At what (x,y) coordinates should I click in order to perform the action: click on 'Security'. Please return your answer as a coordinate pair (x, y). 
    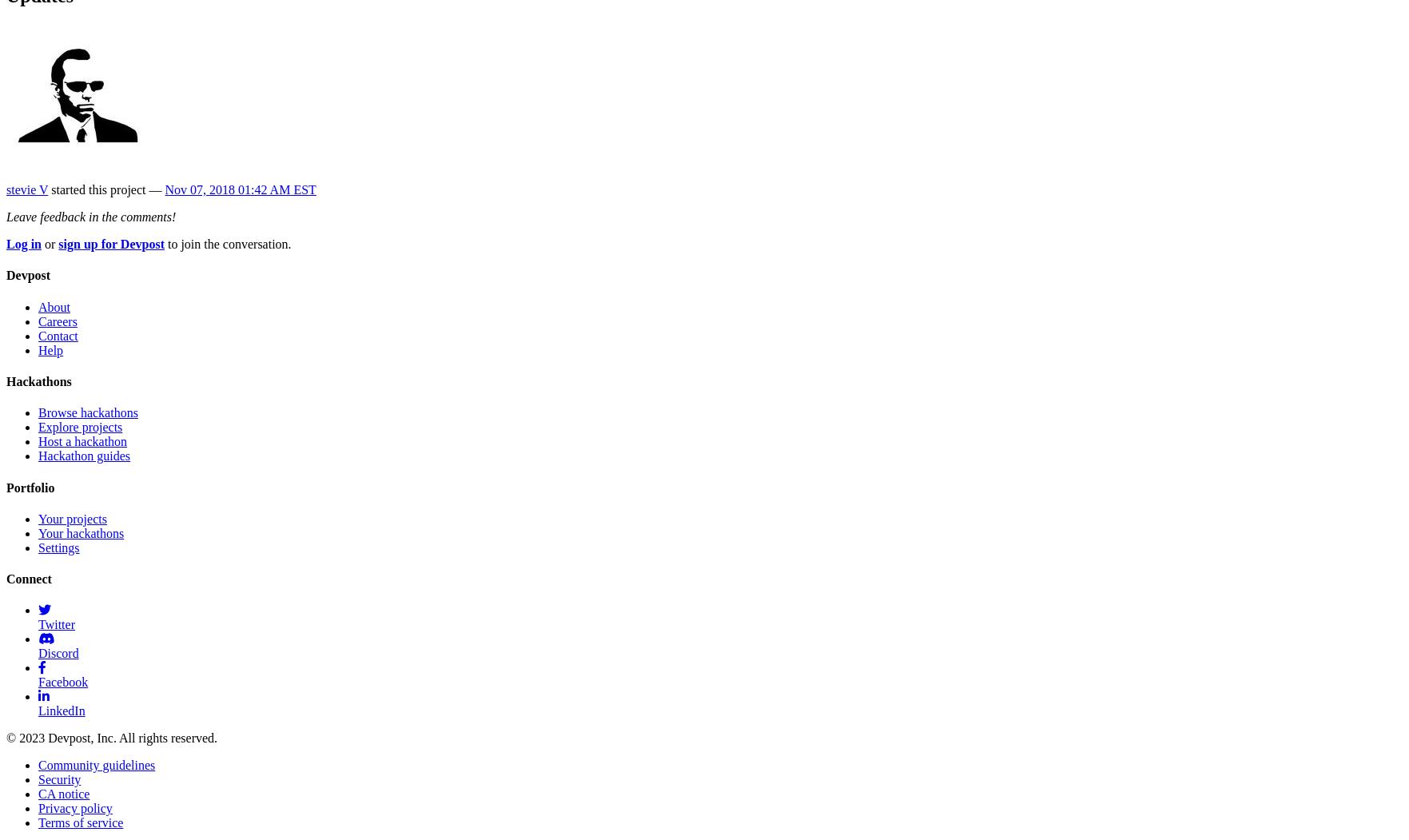
    Looking at the image, I should click on (59, 779).